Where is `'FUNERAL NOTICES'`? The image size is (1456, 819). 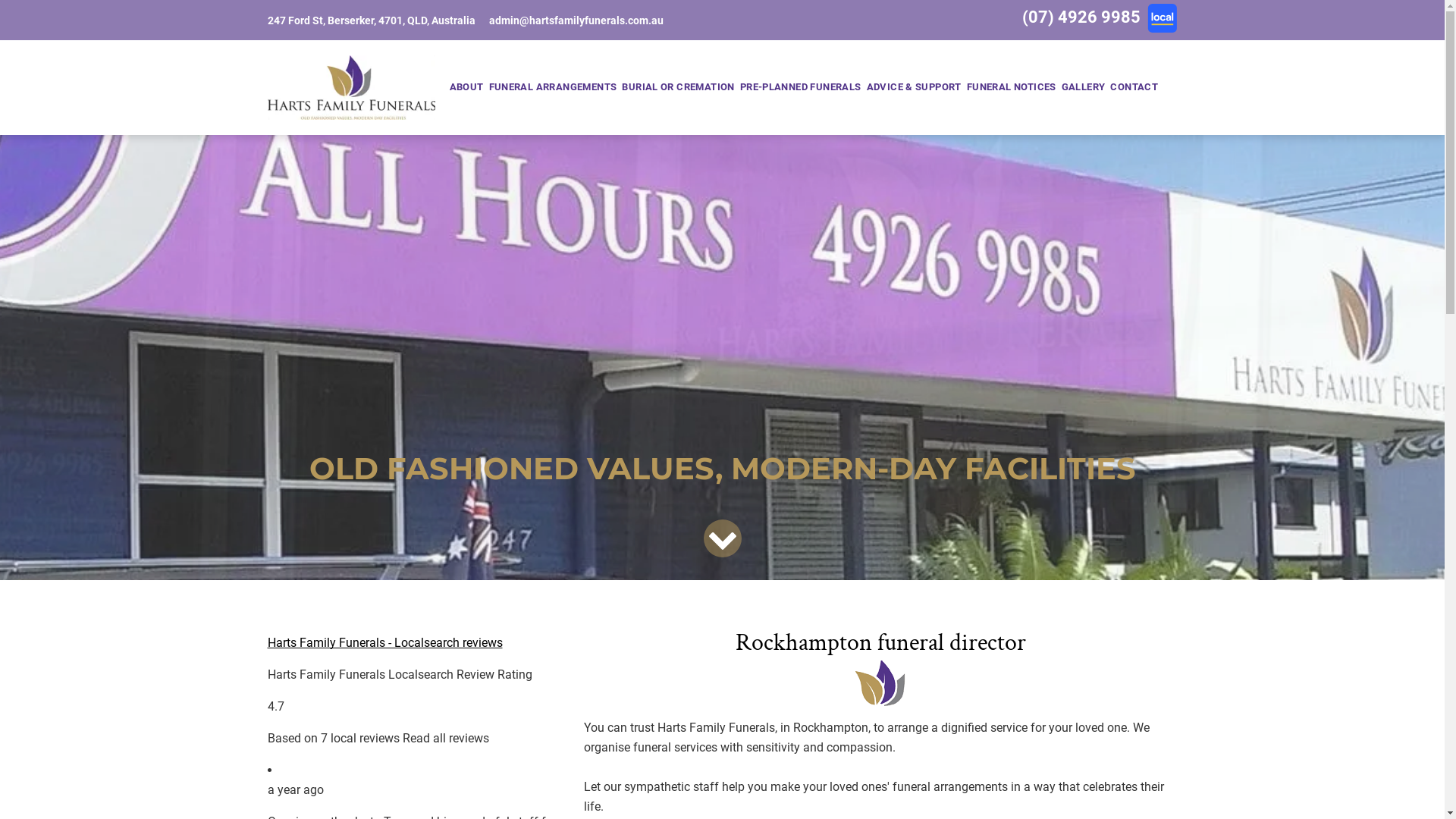 'FUNERAL NOTICES' is located at coordinates (1011, 87).